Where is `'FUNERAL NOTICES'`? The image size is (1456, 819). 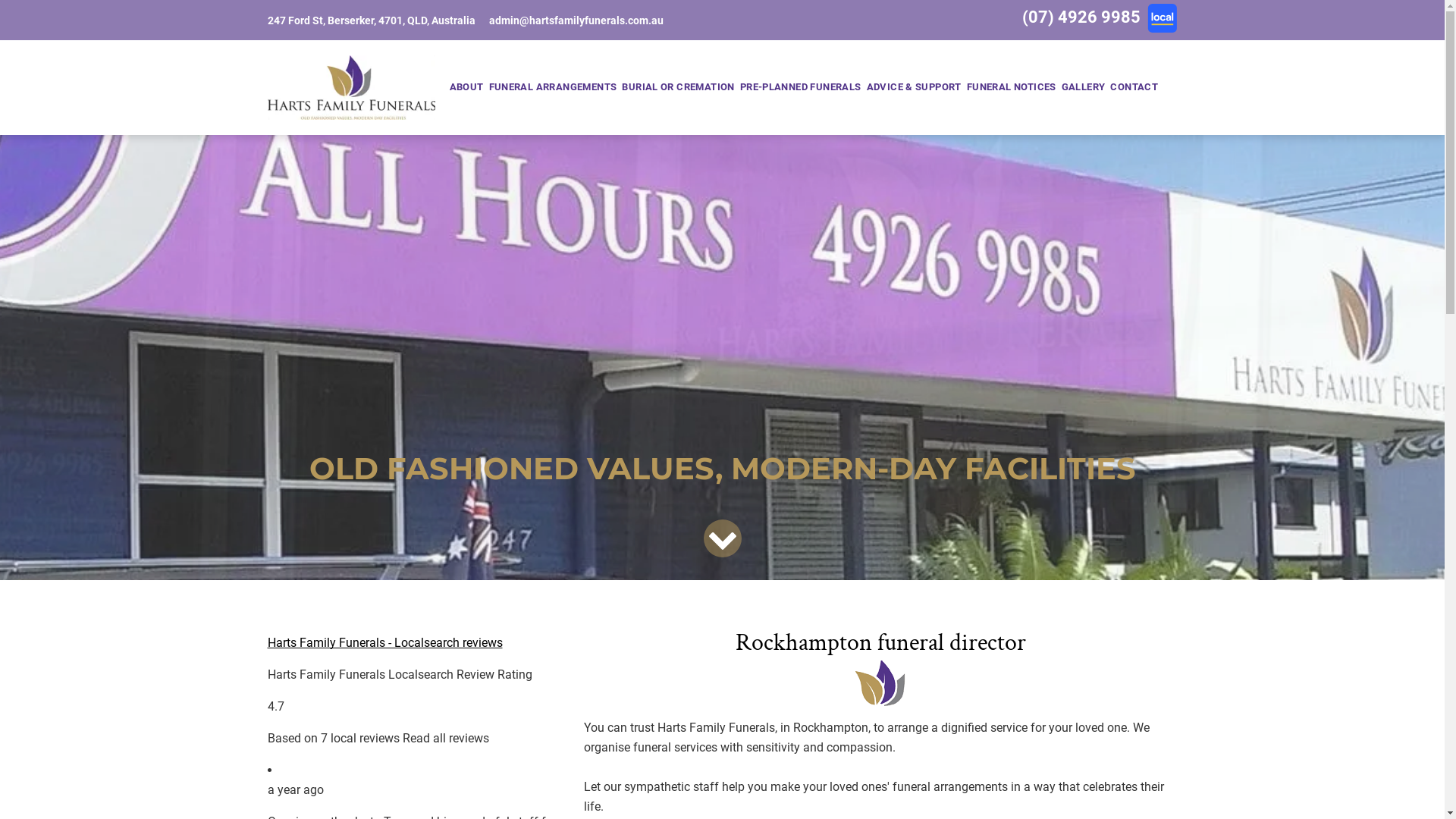 'FUNERAL NOTICES' is located at coordinates (1011, 87).